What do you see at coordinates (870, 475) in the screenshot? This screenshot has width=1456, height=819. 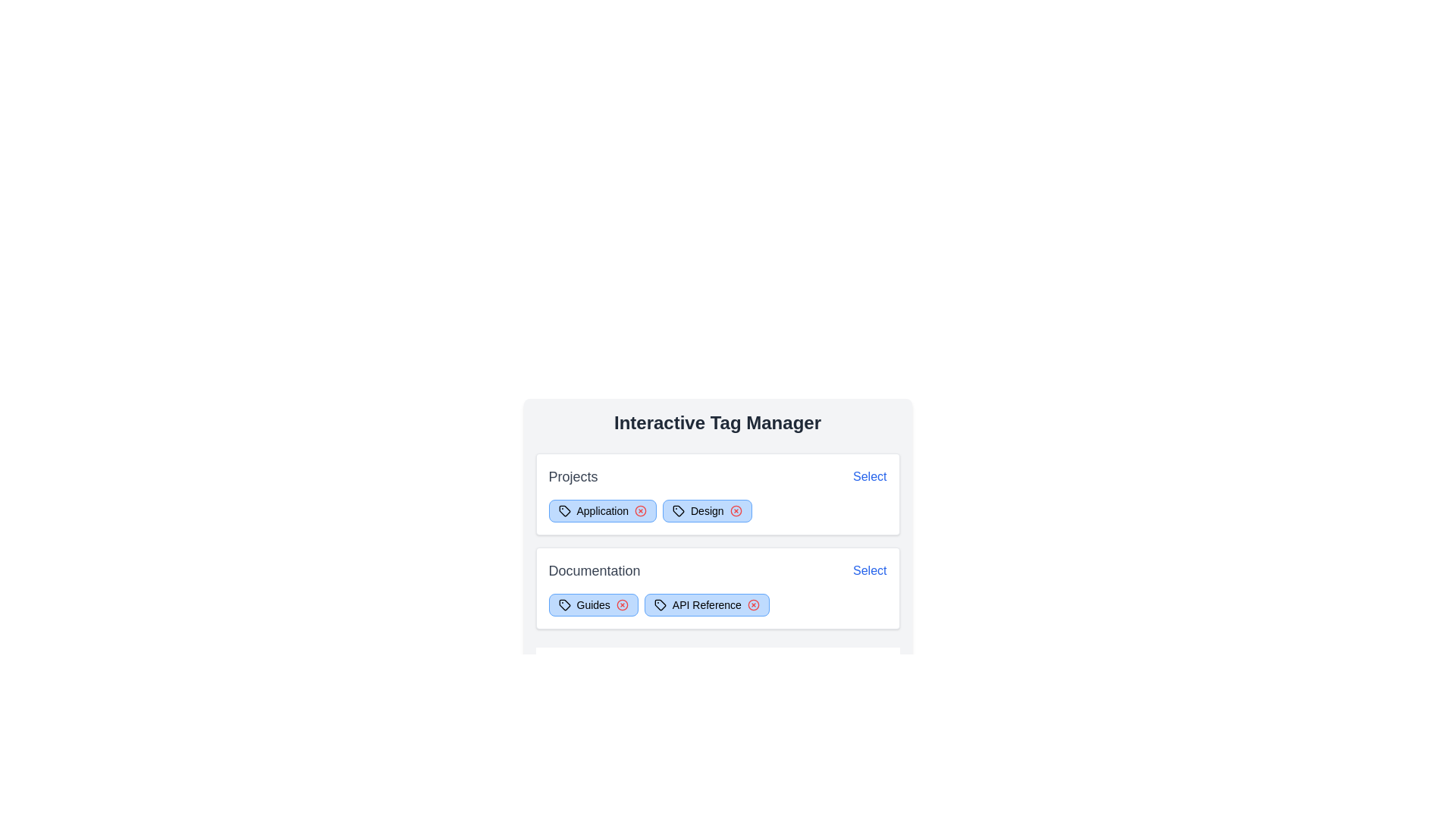 I see `the clickable link text 'Select' in the top-right corner of the 'Projects' card` at bounding box center [870, 475].